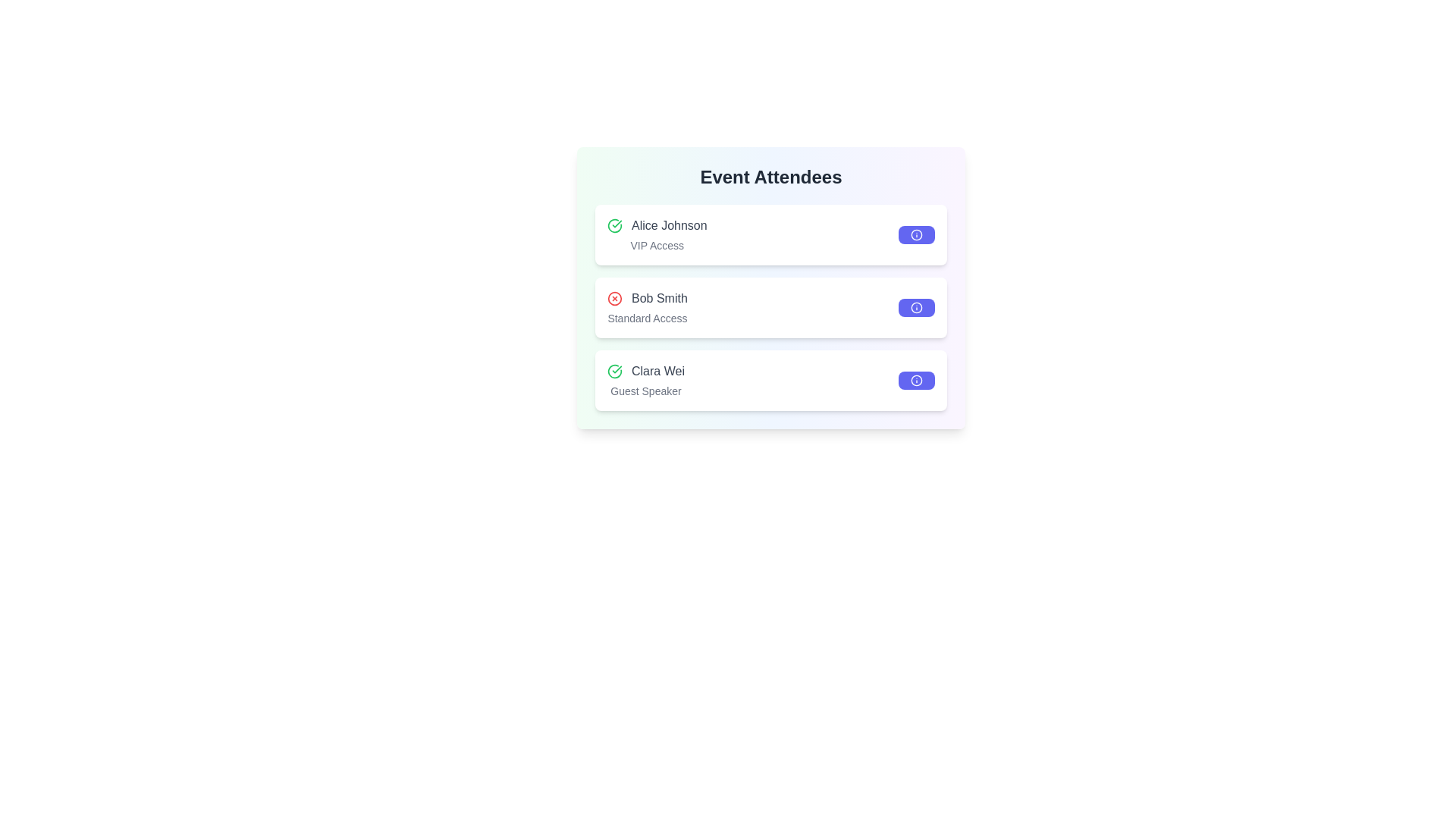  Describe the element at coordinates (916, 307) in the screenshot. I see `the 'info' button for Bob Smith to view their details` at that location.